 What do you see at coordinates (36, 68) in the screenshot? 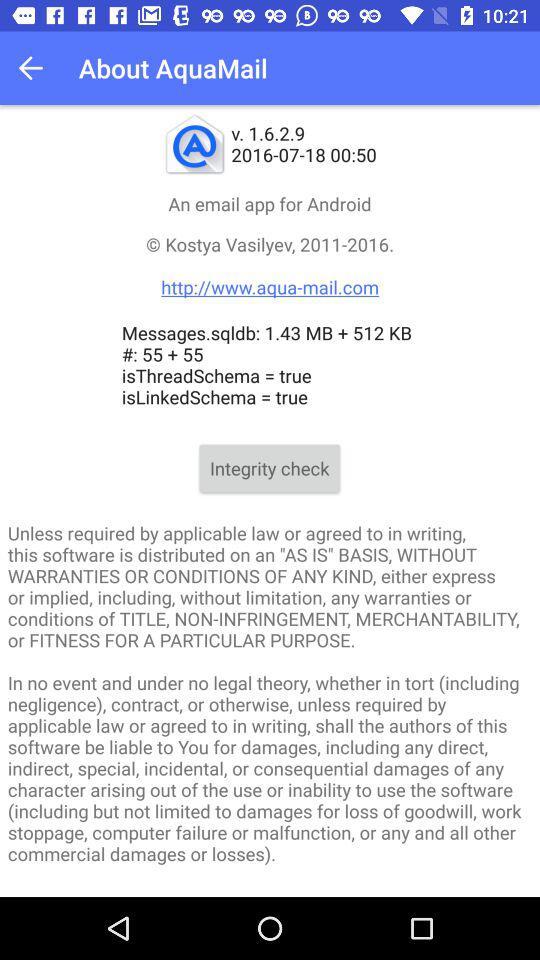
I see `the app to the left of about aquamail icon` at bounding box center [36, 68].